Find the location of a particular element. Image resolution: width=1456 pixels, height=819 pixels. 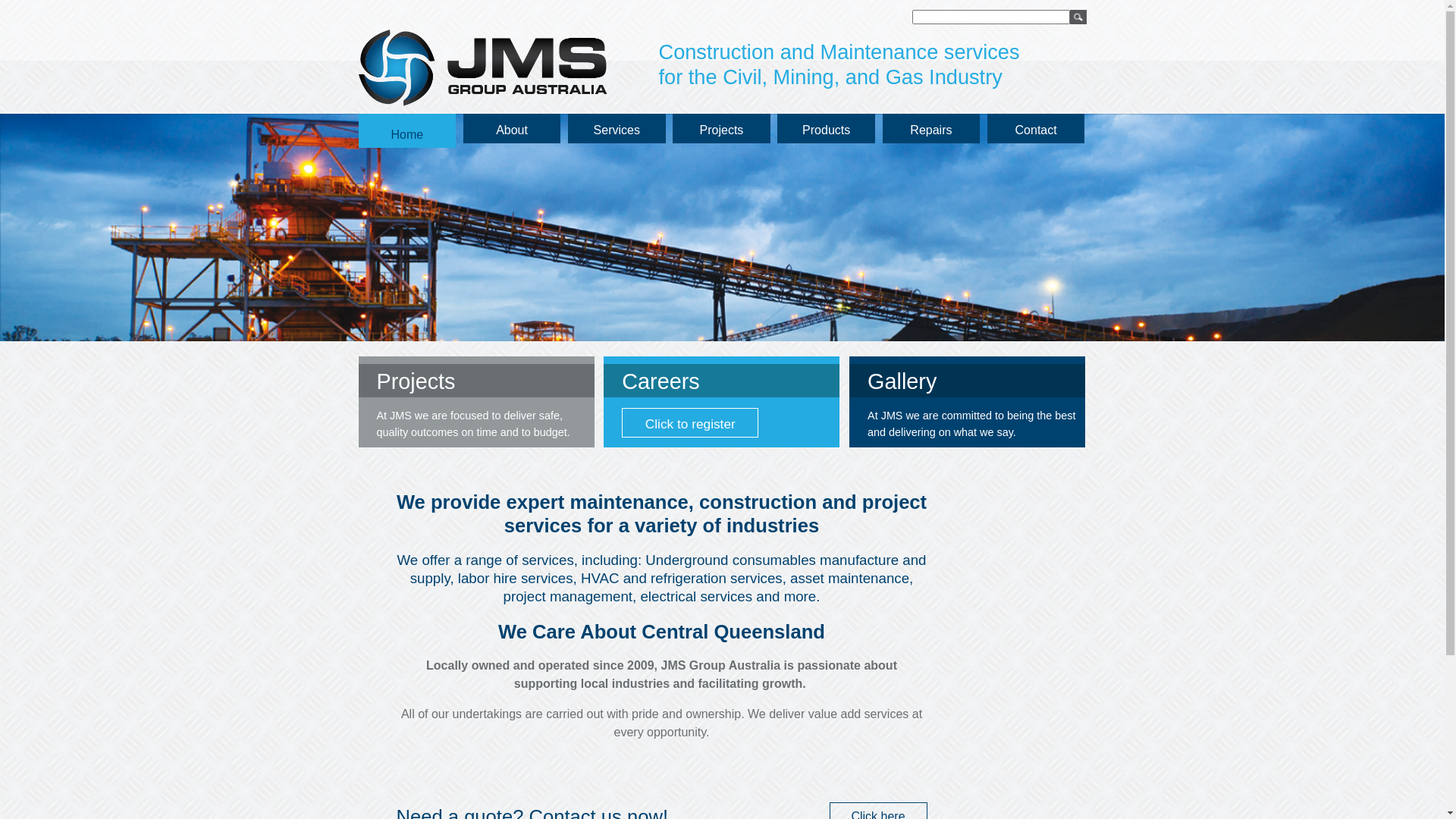

'Products' is located at coordinates (825, 127).